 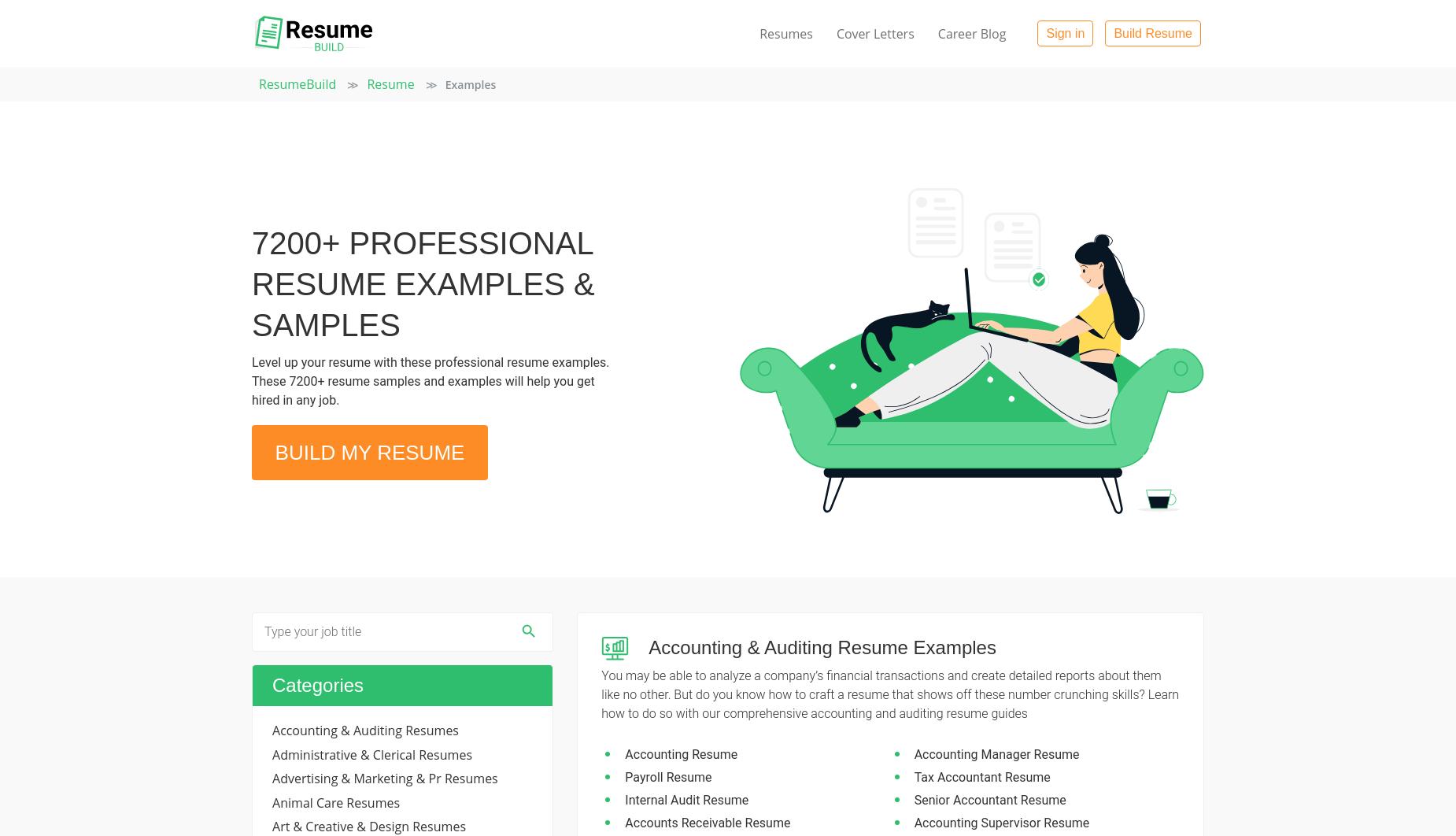 I want to click on 'administrative & clerical resumes', so click(x=372, y=753).